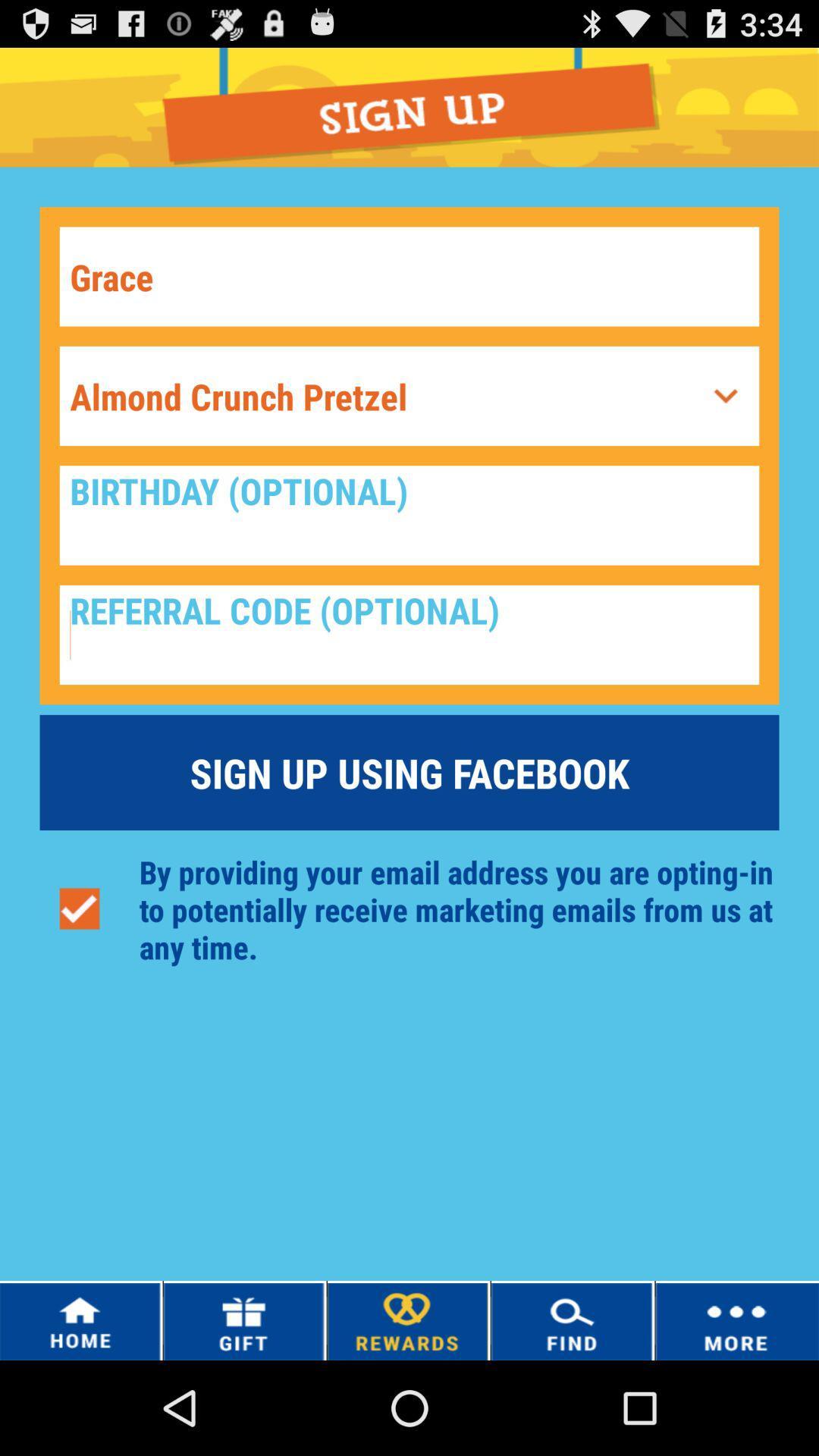 The height and width of the screenshot is (1456, 819). What do you see at coordinates (725, 396) in the screenshot?
I see `see more options` at bounding box center [725, 396].